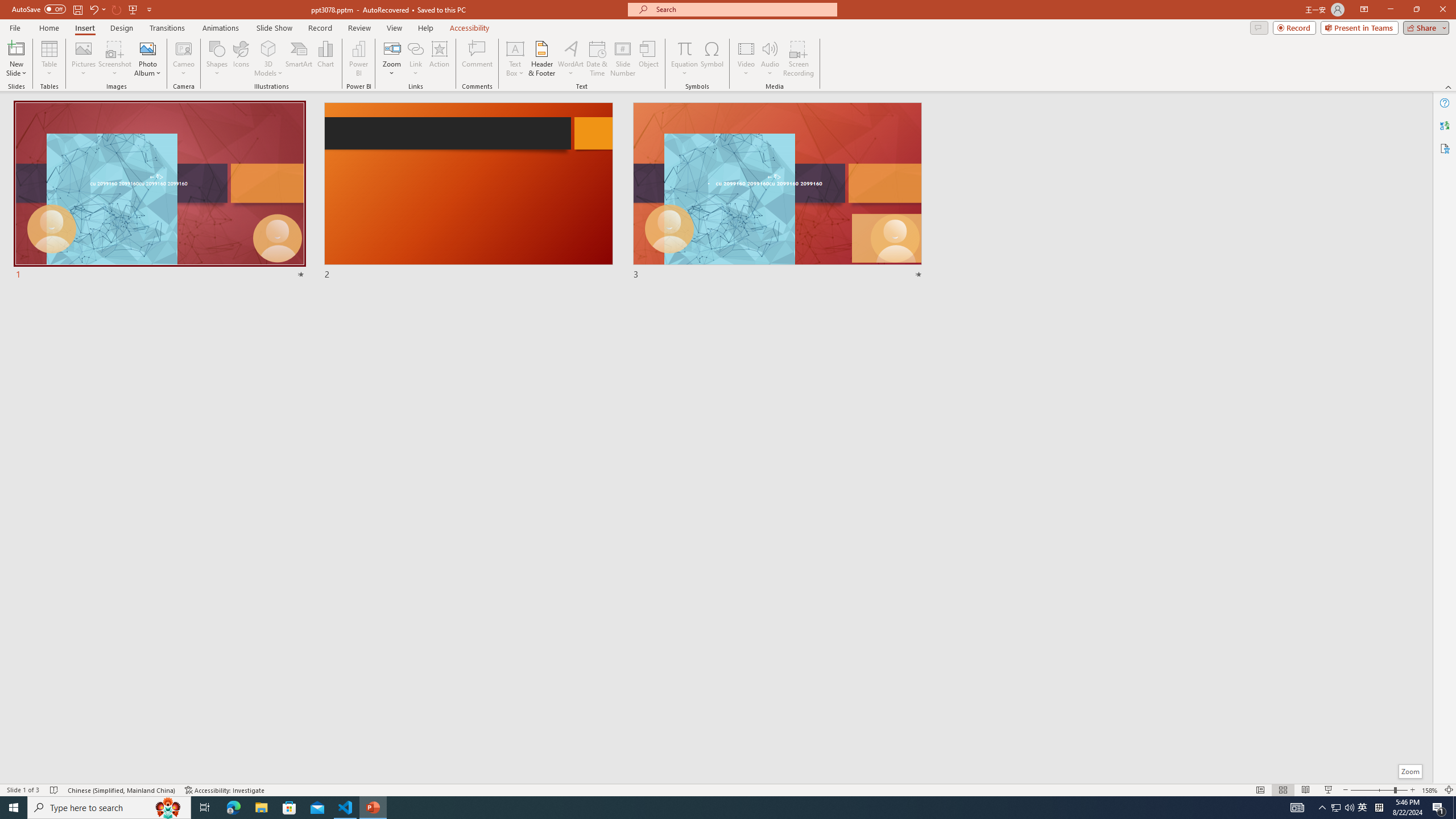 The width and height of the screenshot is (1456, 819). Describe the element at coordinates (147, 48) in the screenshot. I see `'New Photo Album...'` at that location.